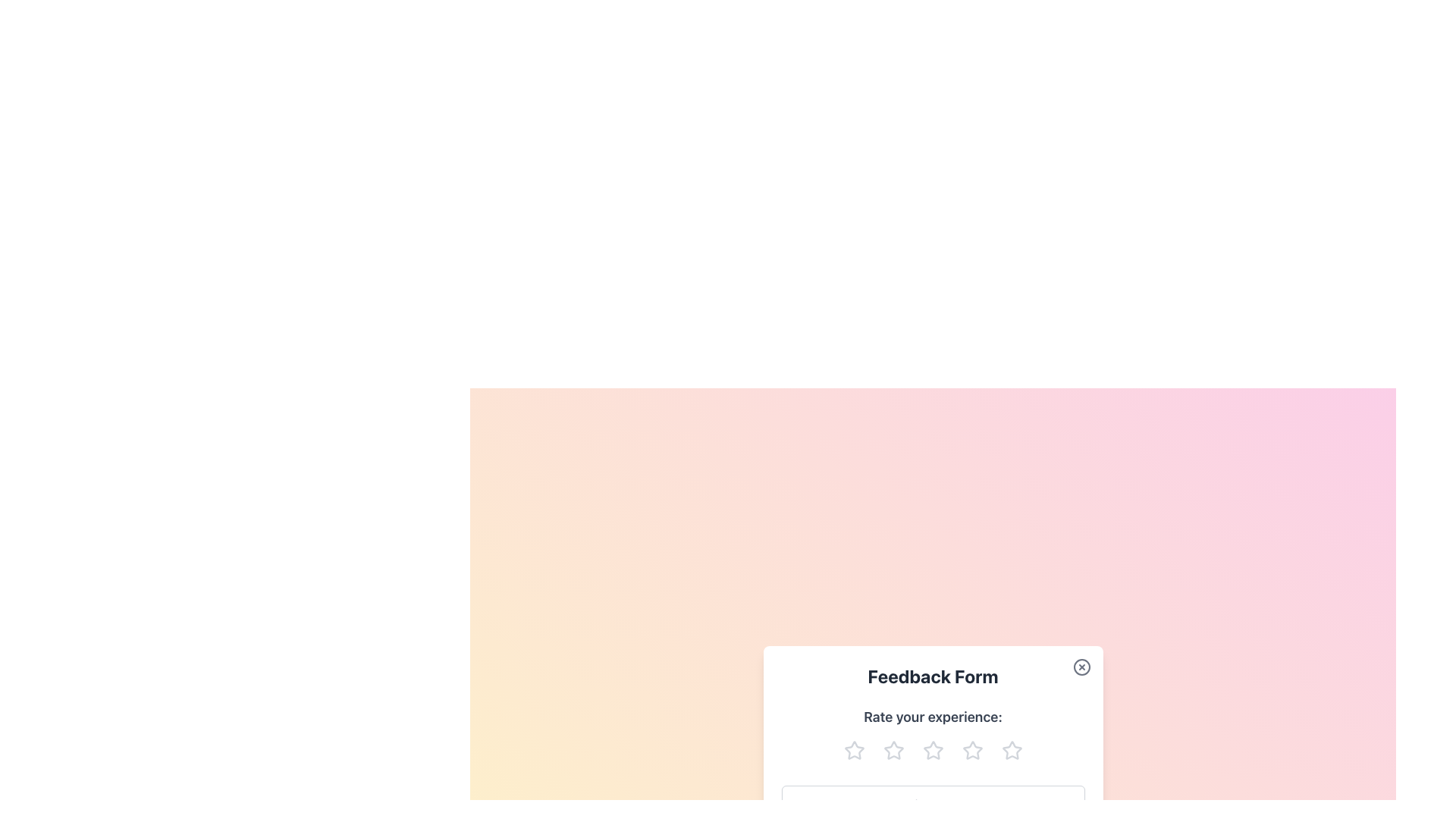 This screenshot has height=819, width=1456. Describe the element at coordinates (972, 749) in the screenshot. I see `the fourth star icon` at that location.